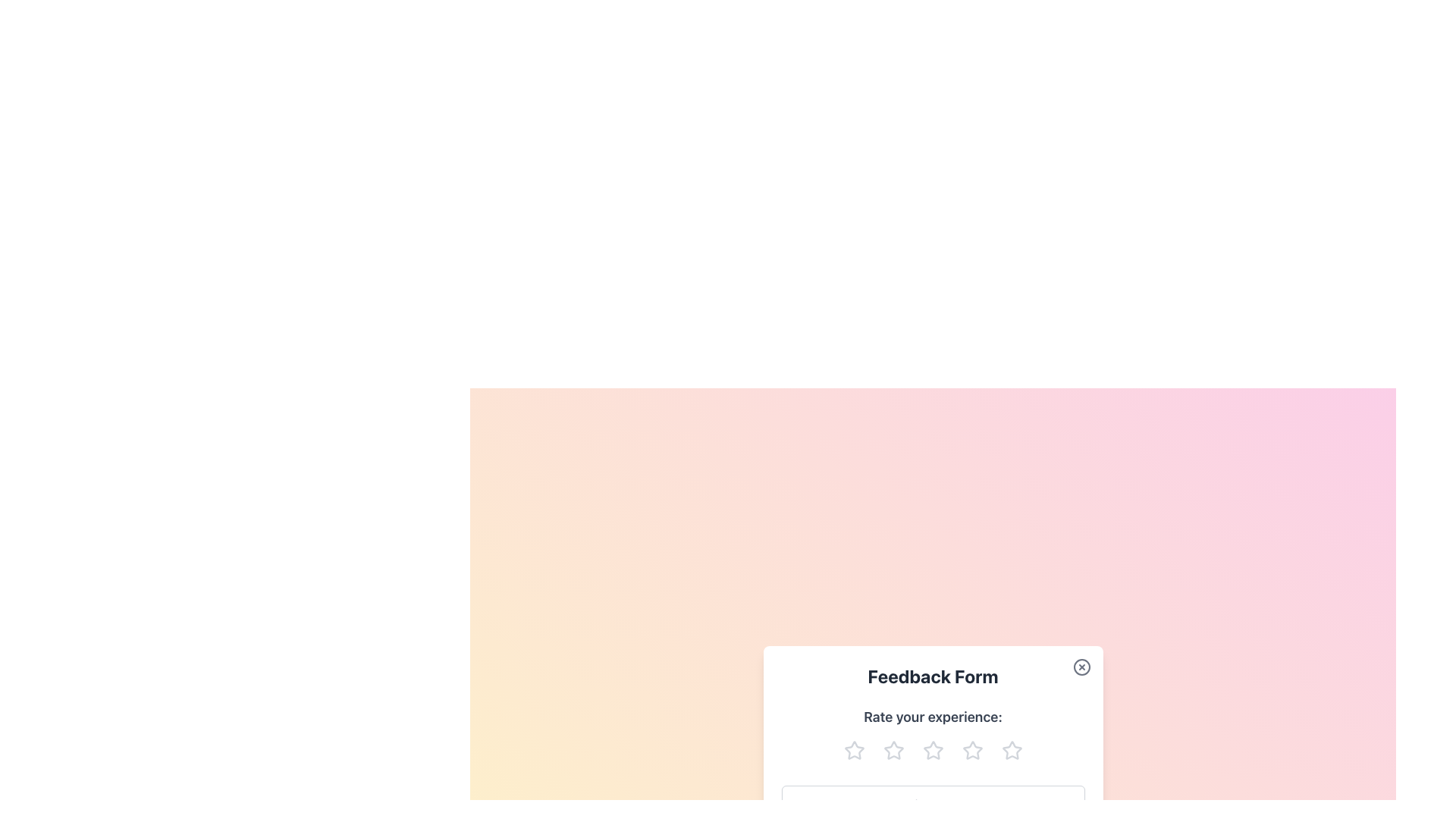 This screenshot has height=819, width=1456. Describe the element at coordinates (972, 749) in the screenshot. I see `the fourth star icon` at that location.